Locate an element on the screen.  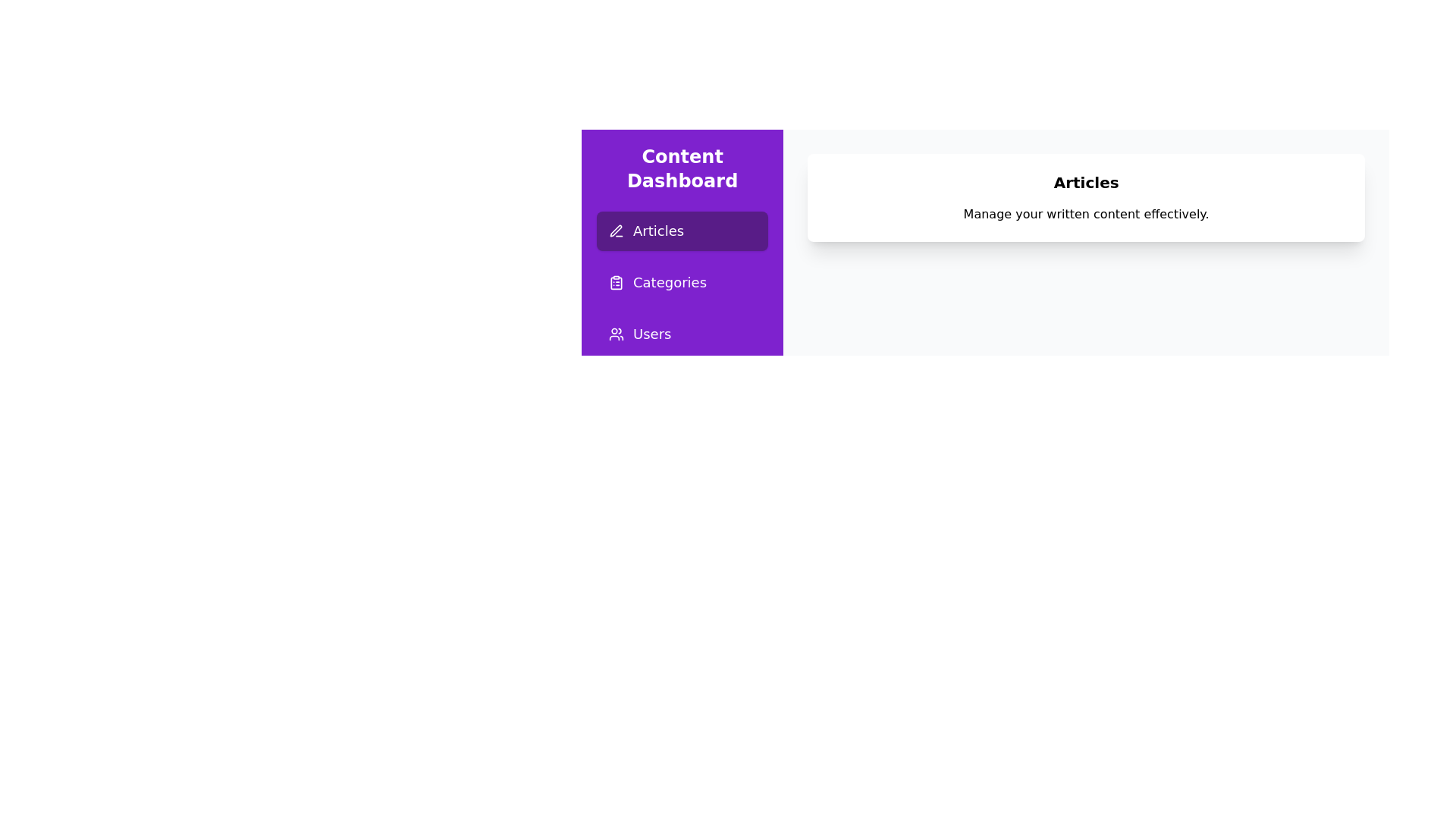
the page Categories from the sidebar menu is located at coordinates (682, 283).